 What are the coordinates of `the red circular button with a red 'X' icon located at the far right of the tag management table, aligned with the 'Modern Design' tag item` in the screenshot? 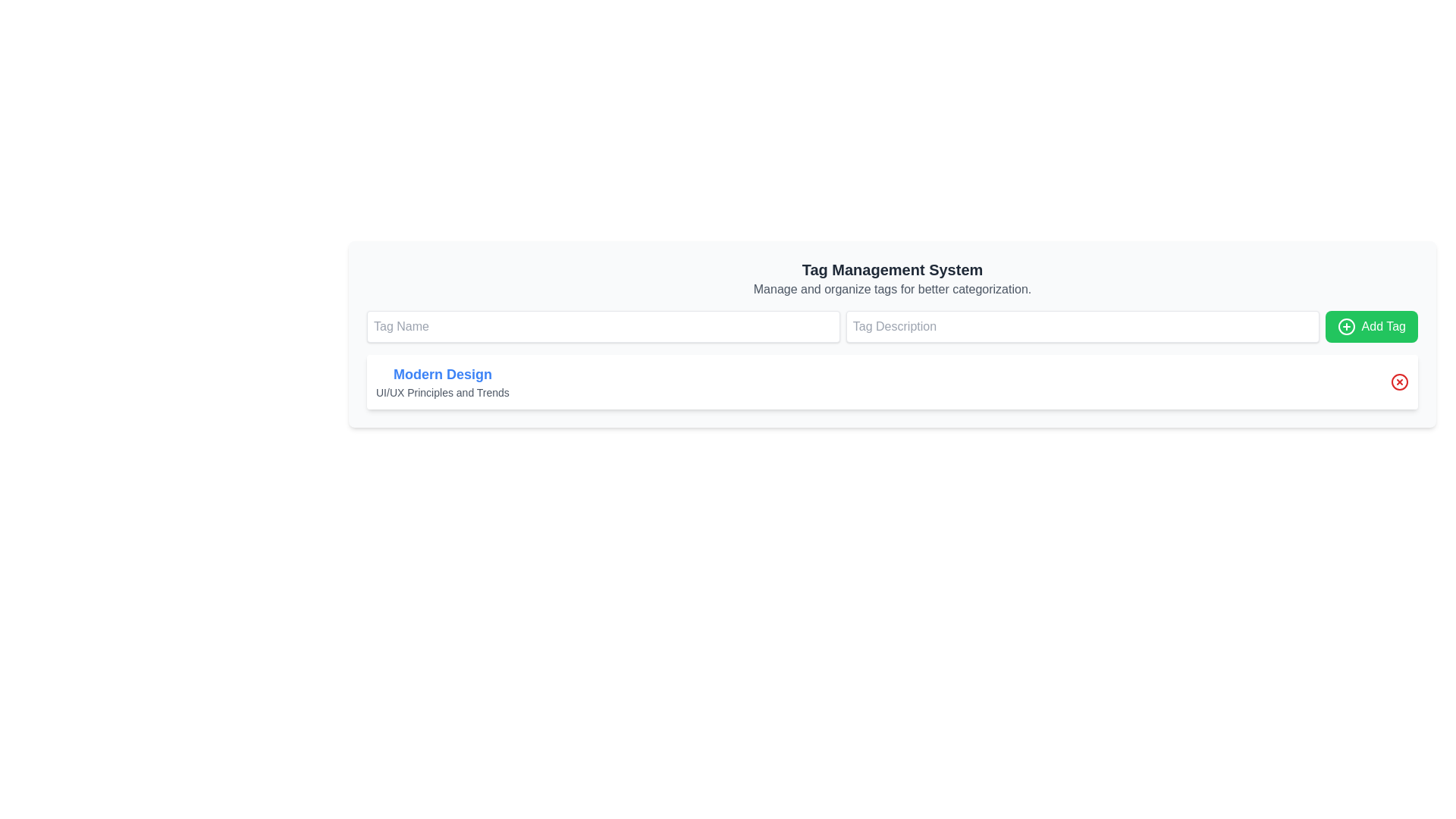 It's located at (1399, 381).